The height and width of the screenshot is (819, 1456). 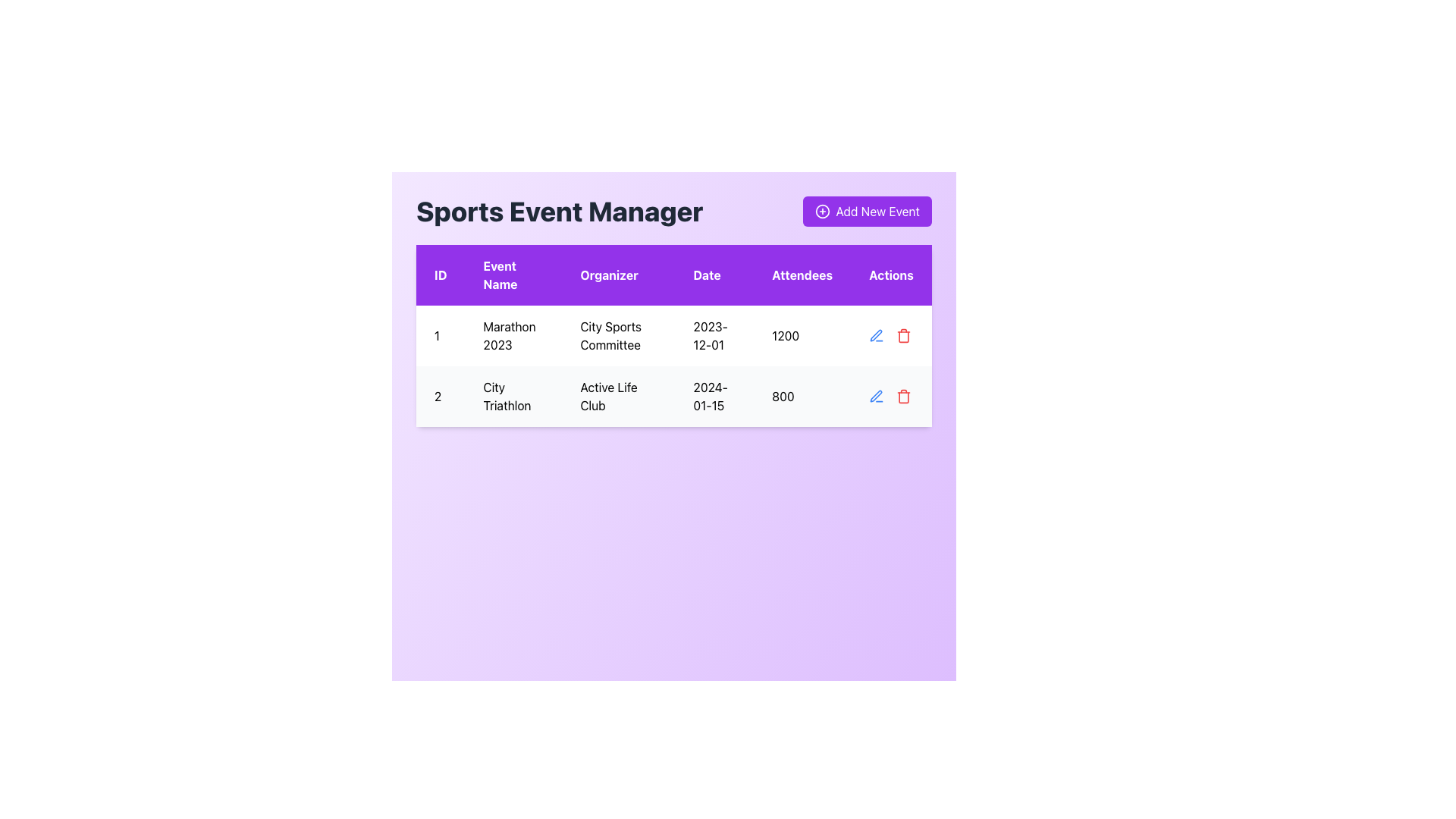 What do you see at coordinates (673, 211) in the screenshot?
I see `the 'Sports Event Manager' title in the Header section` at bounding box center [673, 211].